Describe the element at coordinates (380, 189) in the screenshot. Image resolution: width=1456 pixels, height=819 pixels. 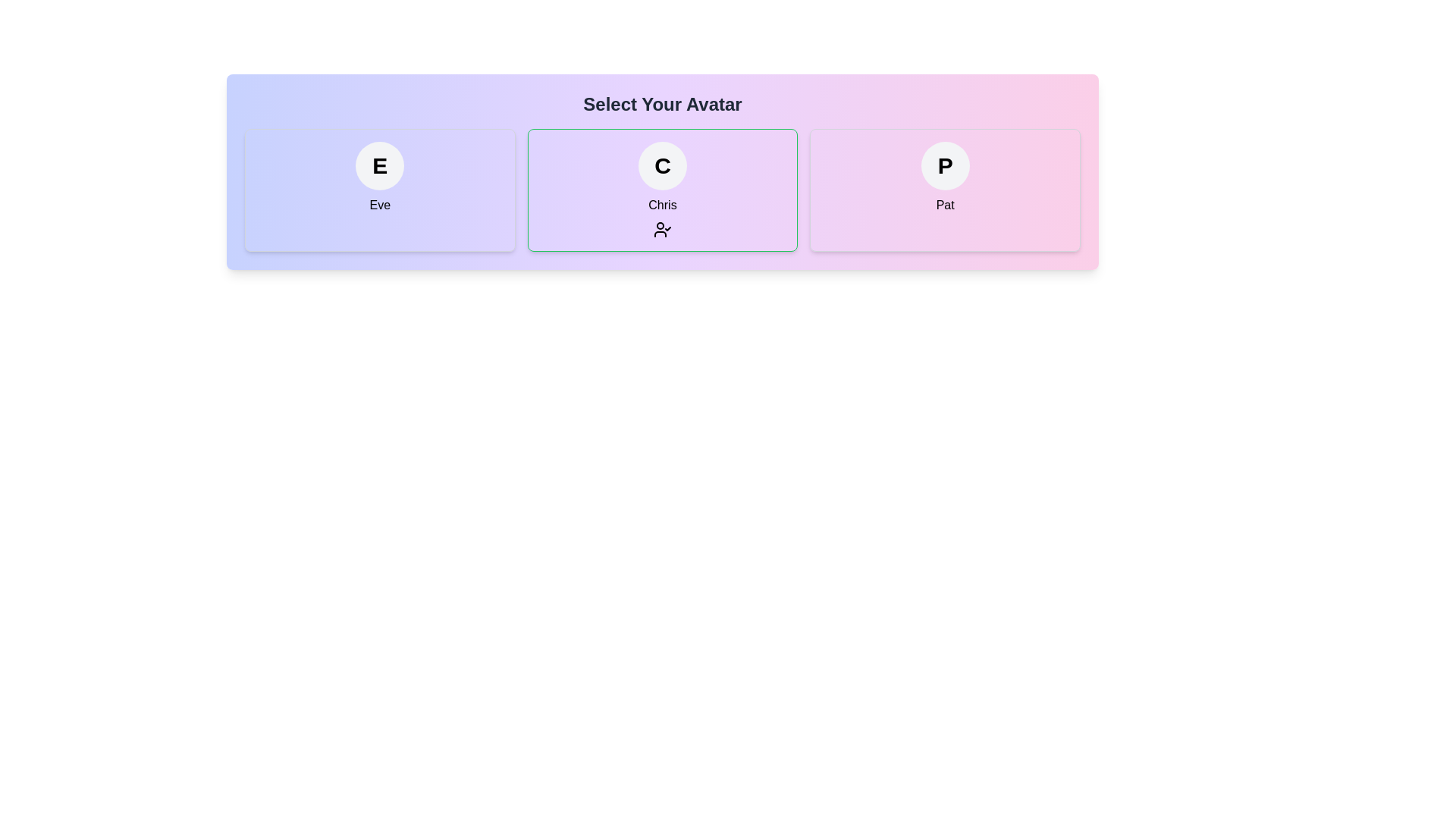
I see `the avatar named Eve` at that location.